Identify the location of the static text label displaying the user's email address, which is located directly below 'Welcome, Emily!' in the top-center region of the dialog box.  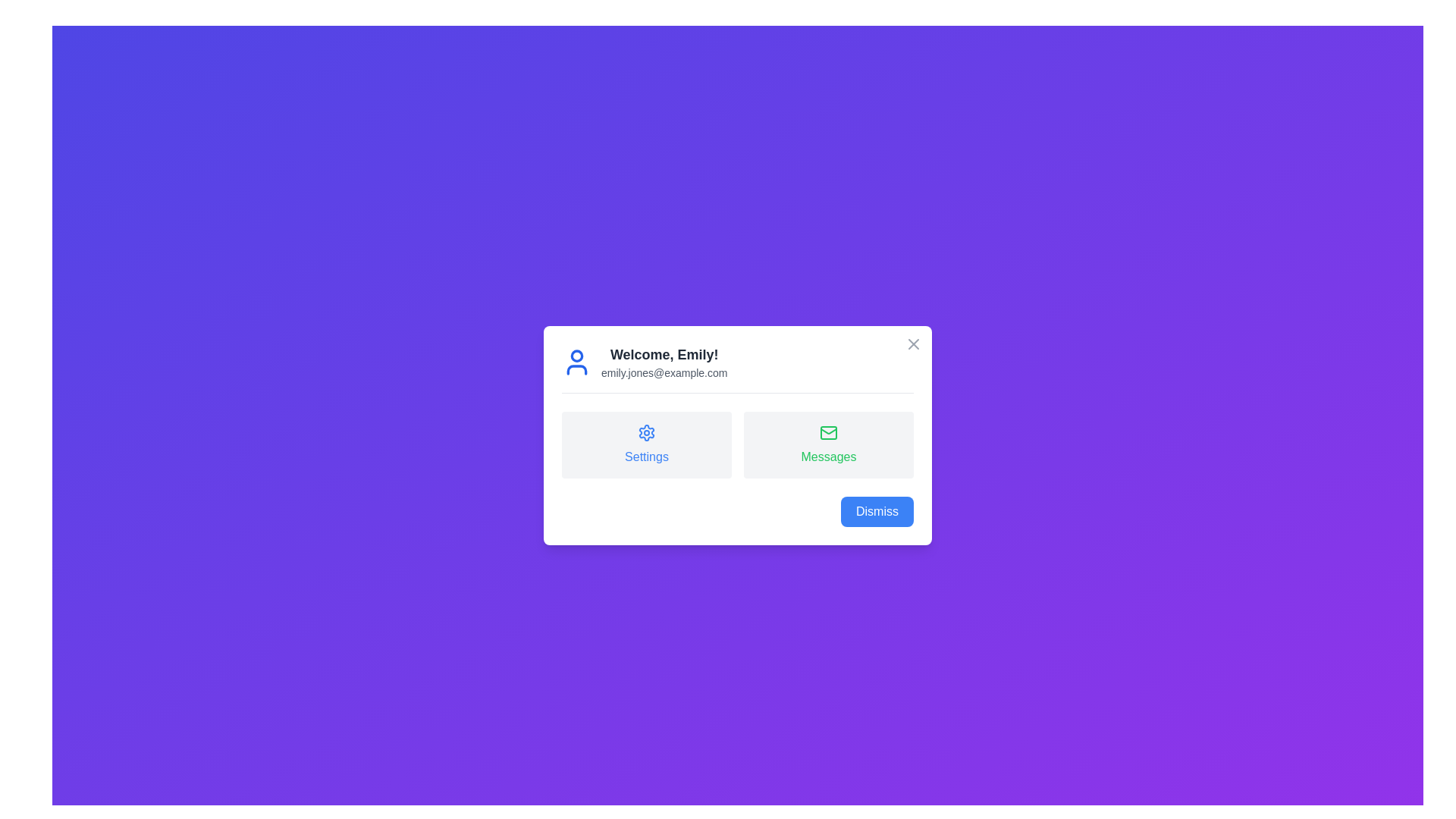
(664, 372).